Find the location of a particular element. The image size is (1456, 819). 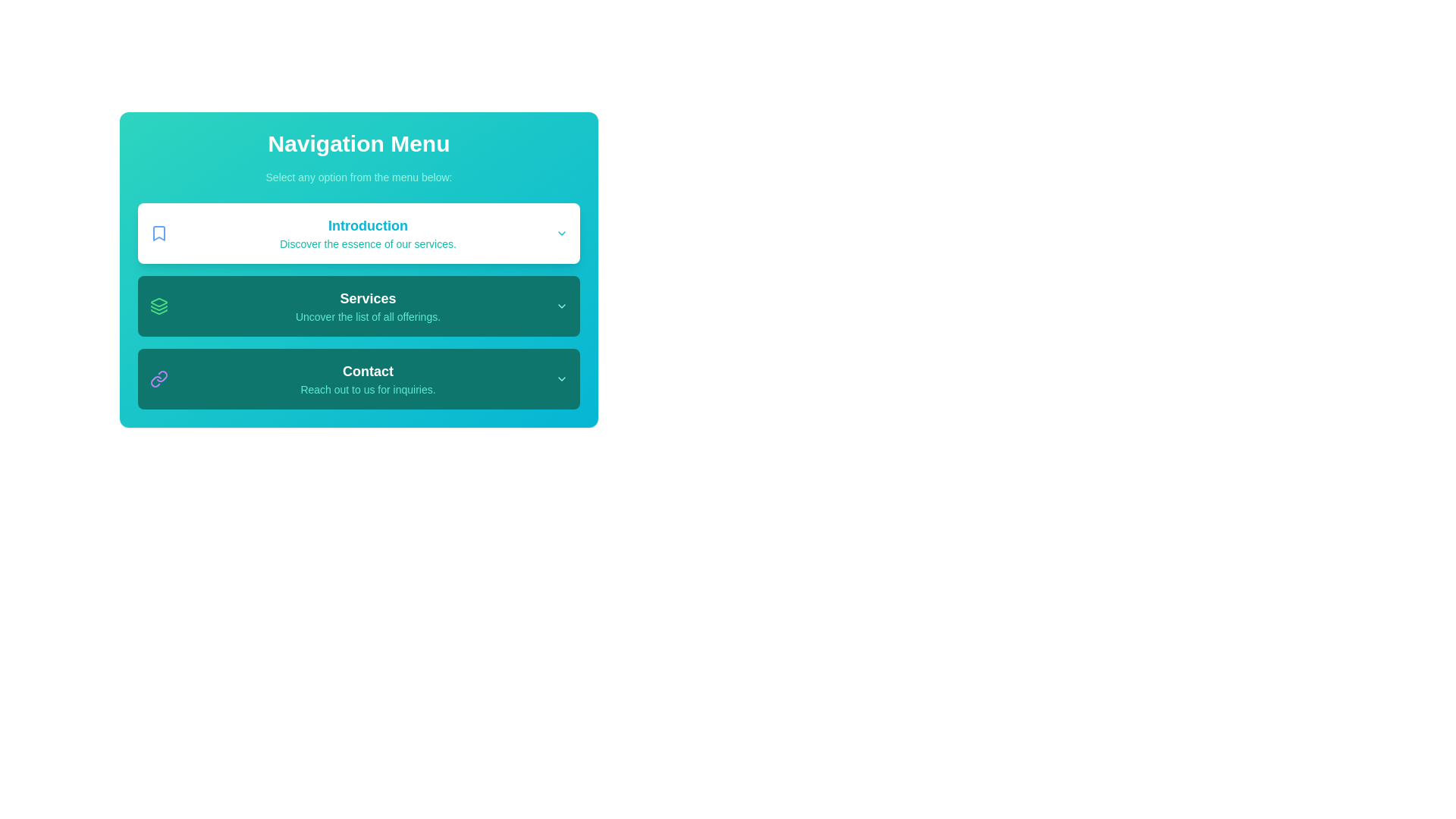

the first link is located at coordinates (368, 225).